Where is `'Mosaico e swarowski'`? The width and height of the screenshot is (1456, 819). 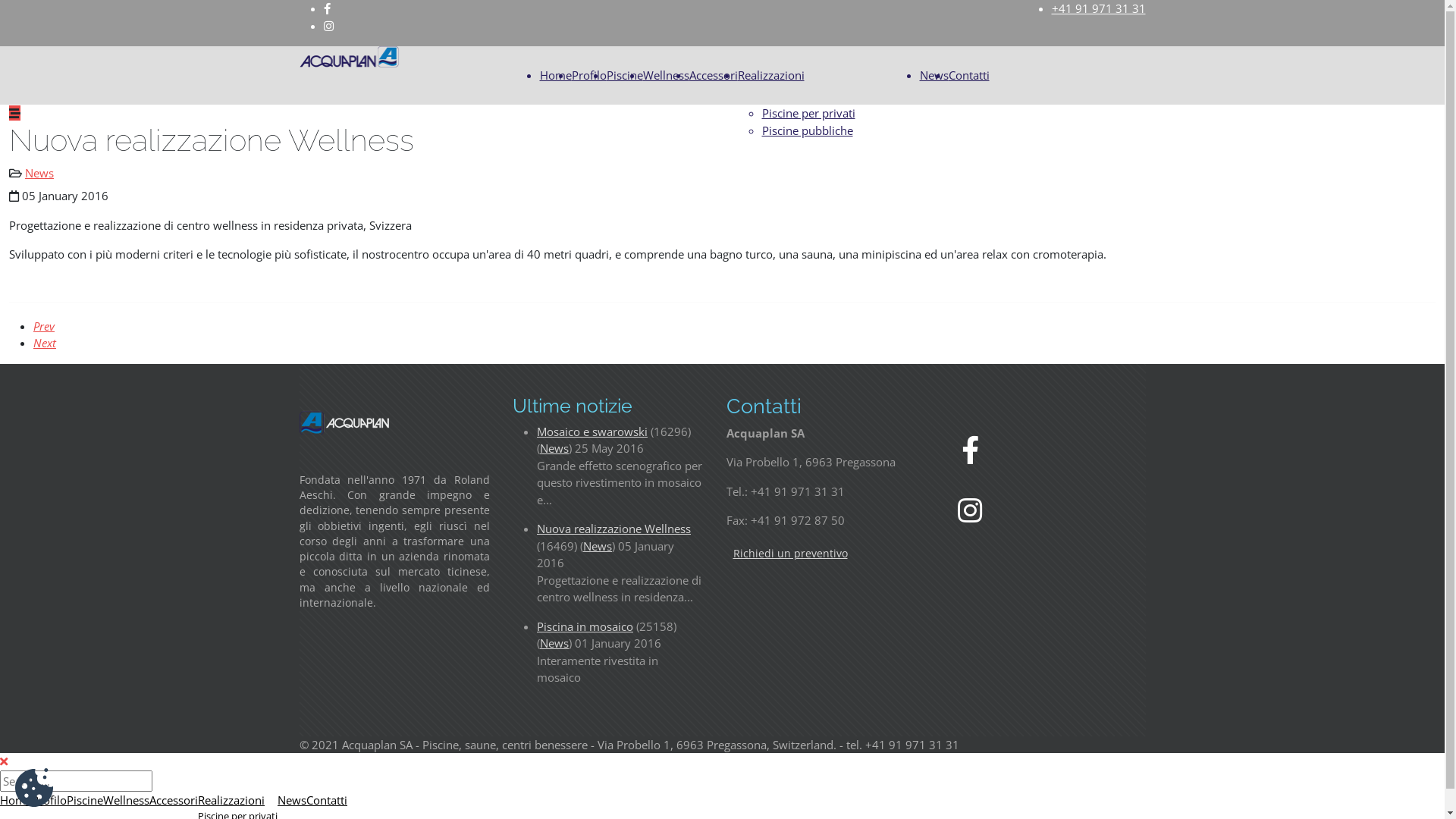
'Mosaico e swarowski' is located at coordinates (591, 430).